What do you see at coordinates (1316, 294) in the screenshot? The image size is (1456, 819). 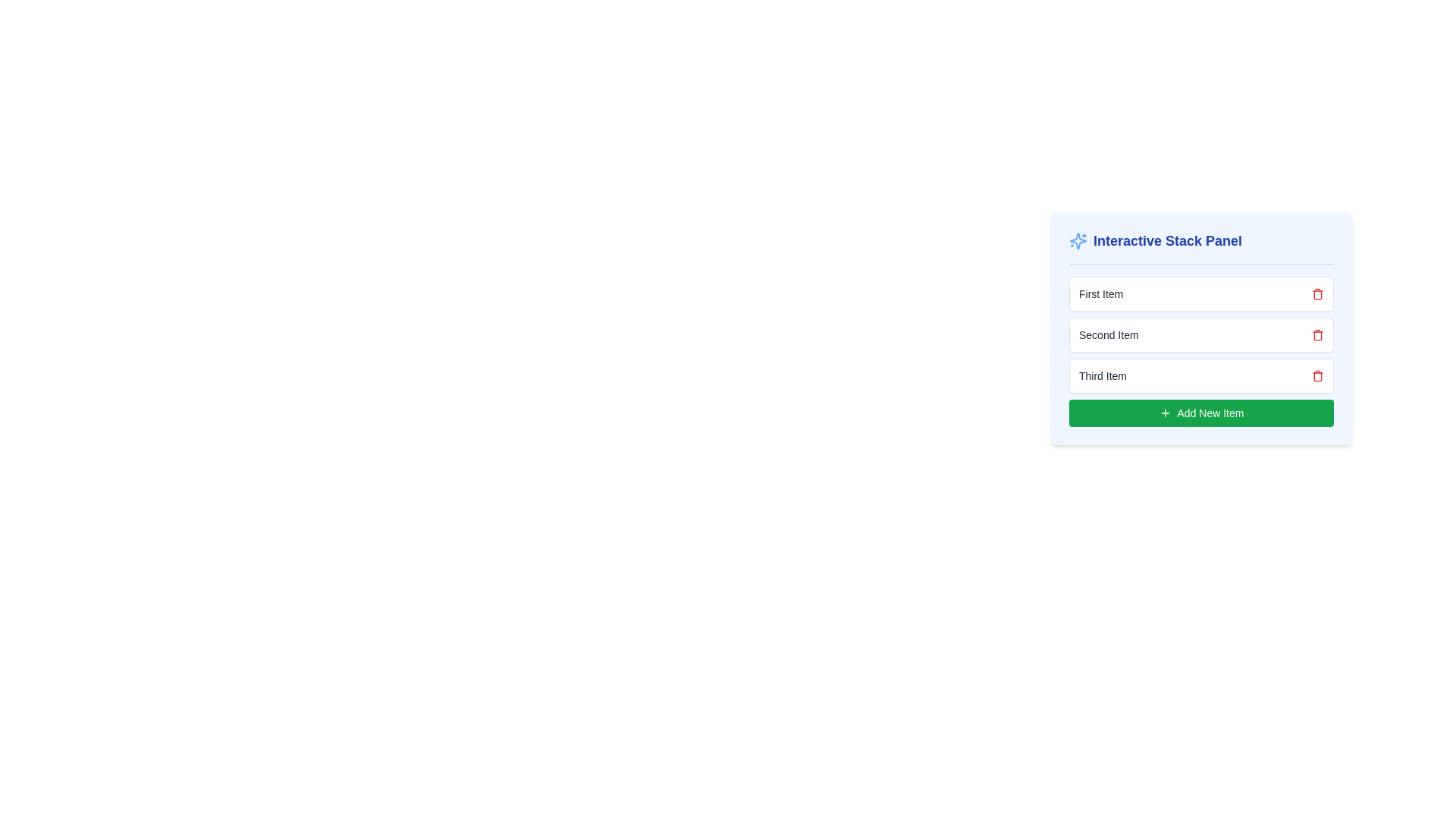 I see `the red trash bin icon located to the far right of the 'First Item' entry in the list panel` at bounding box center [1316, 294].